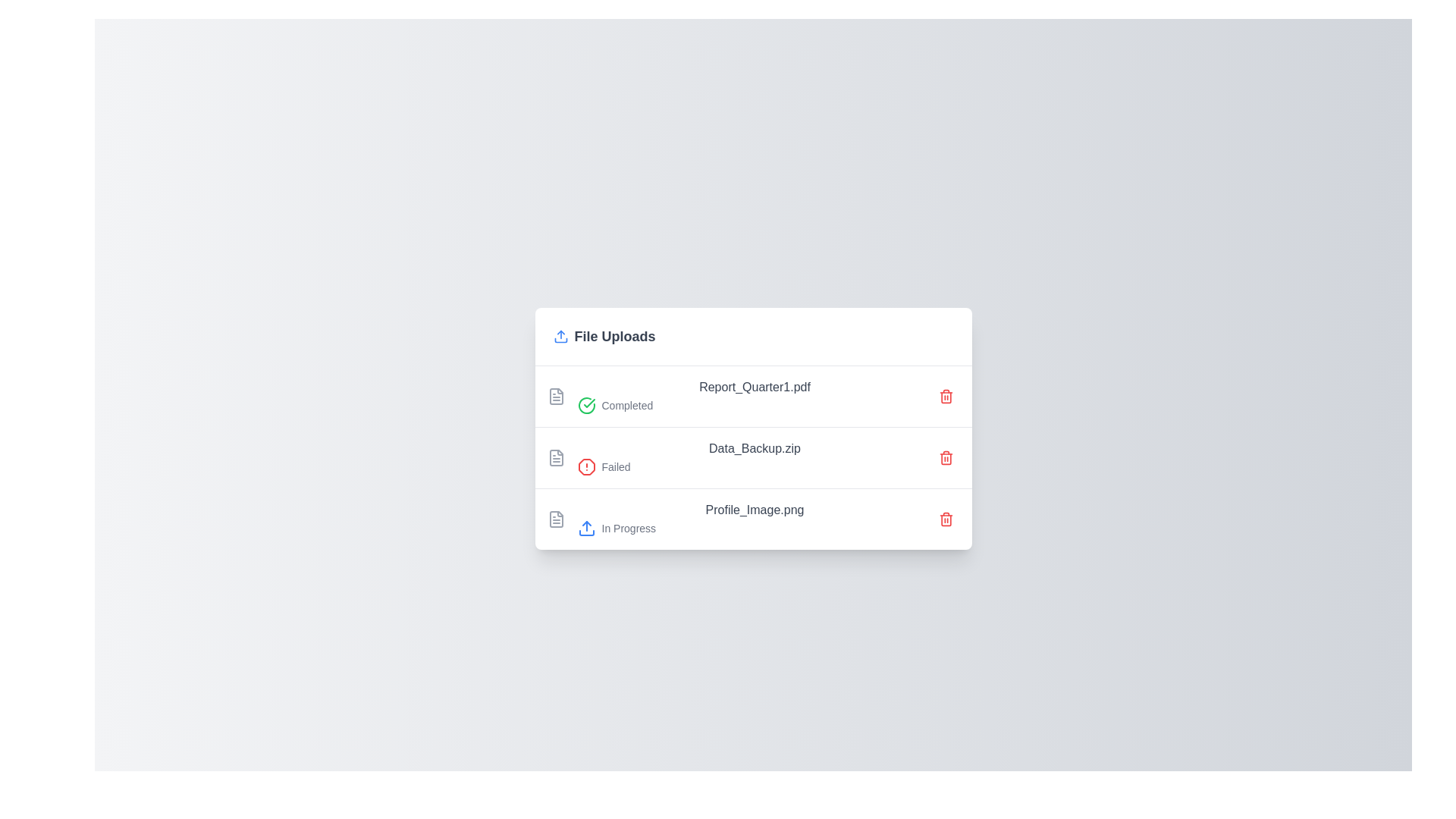  Describe the element at coordinates (755, 510) in the screenshot. I see `the filename displayed in the primary text label located in the third entry of the file list, positioned below 'Data_Backup.zip' and above the 'In Progress' status text` at that location.